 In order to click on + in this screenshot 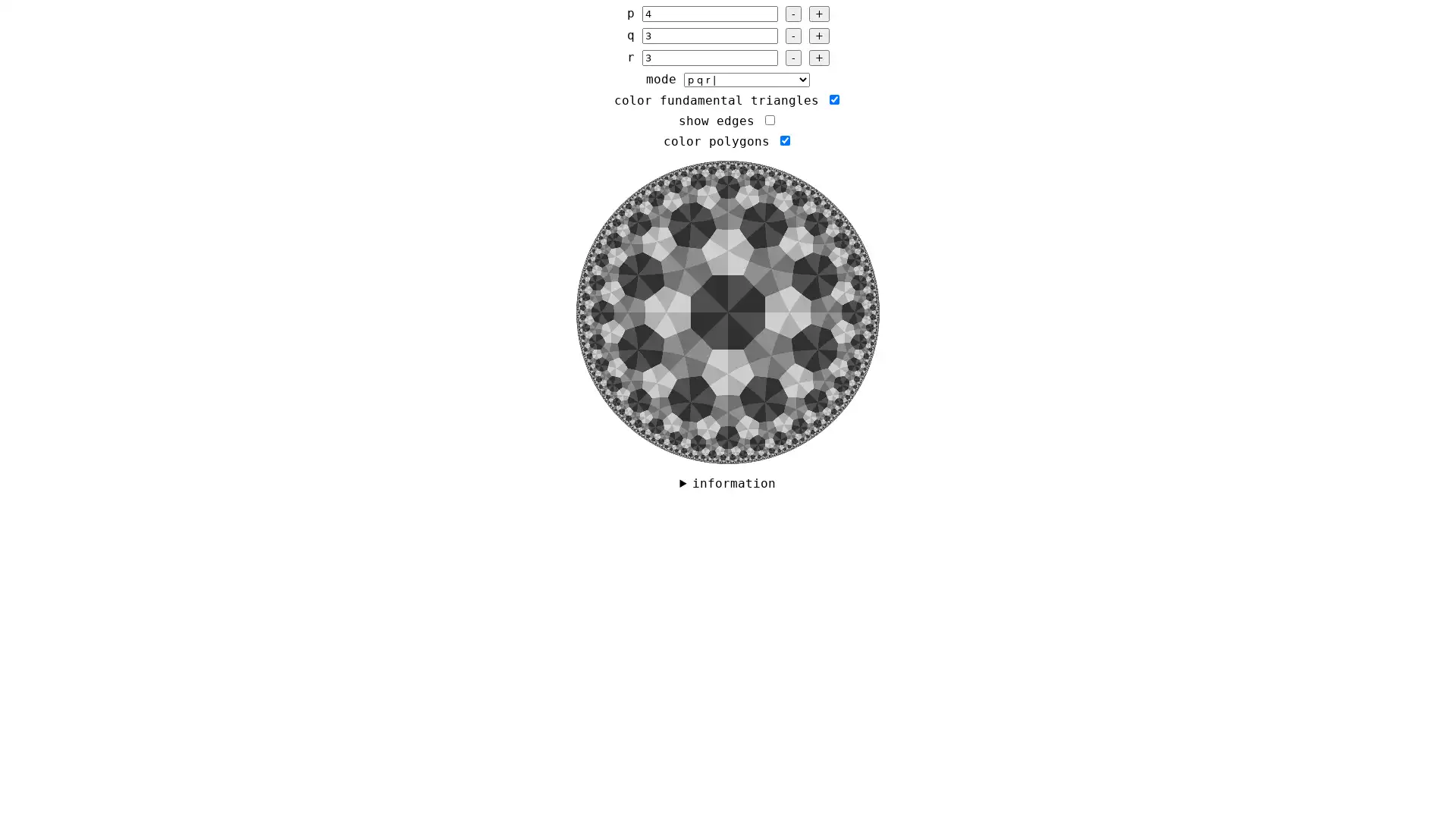, I will do `click(817, 14)`.